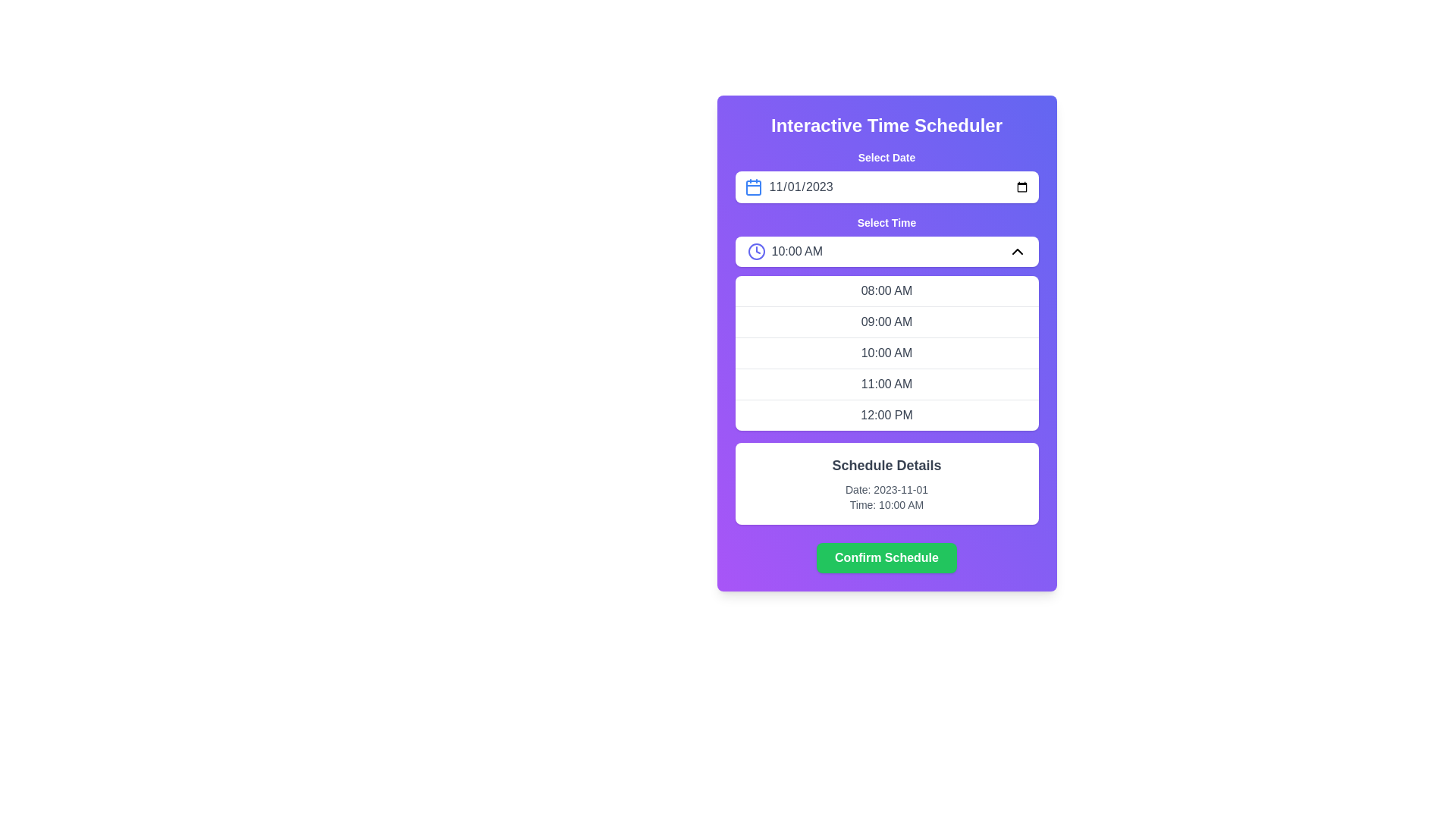 The height and width of the screenshot is (819, 1456). Describe the element at coordinates (756, 250) in the screenshot. I see `the time icon located to the left of the '10:00 AM' text in the 'Select Time' section, which is part of a horizontal layout` at that location.